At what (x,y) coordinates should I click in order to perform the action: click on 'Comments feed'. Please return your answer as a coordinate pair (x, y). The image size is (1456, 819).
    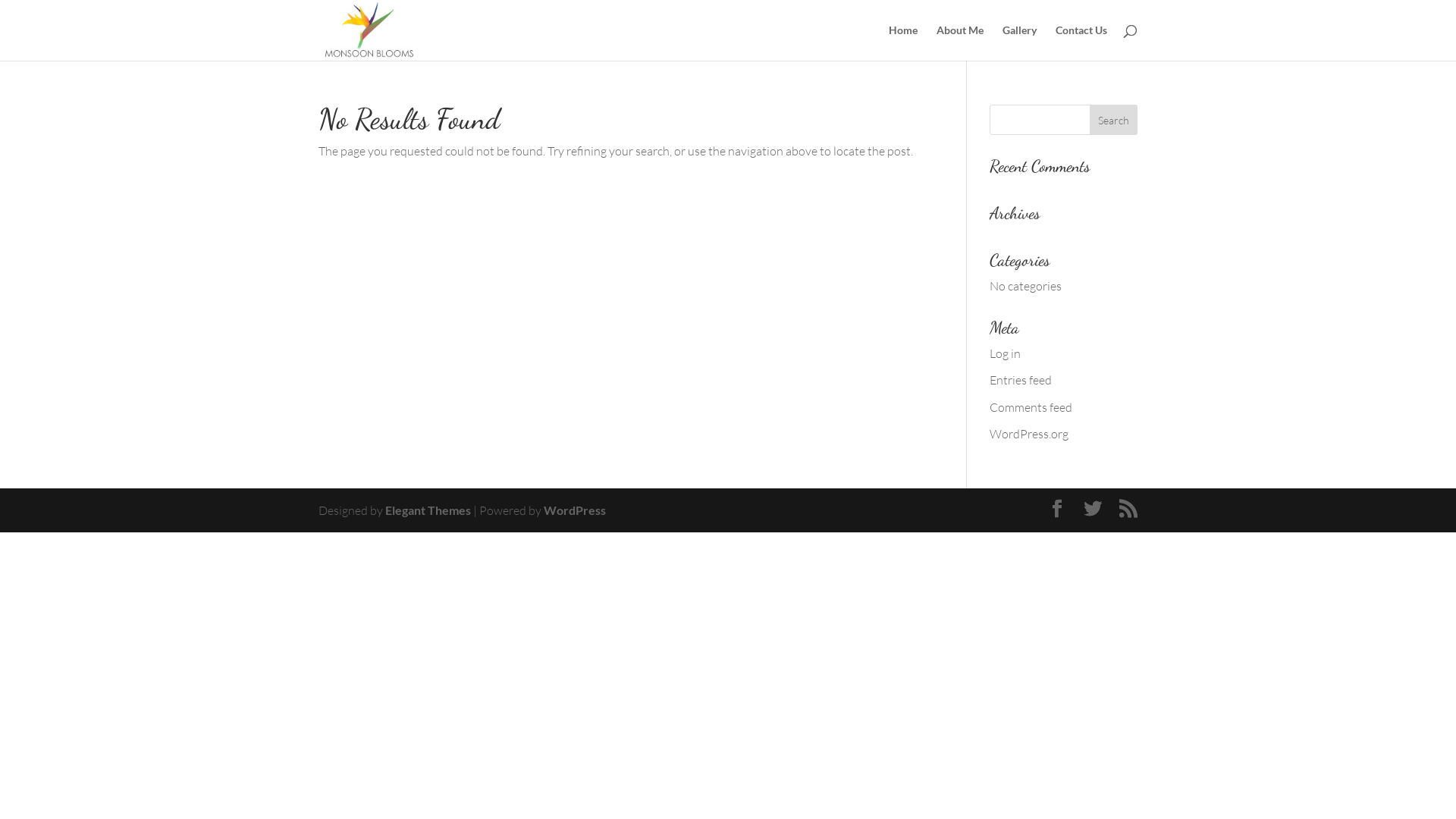
    Looking at the image, I should click on (1031, 406).